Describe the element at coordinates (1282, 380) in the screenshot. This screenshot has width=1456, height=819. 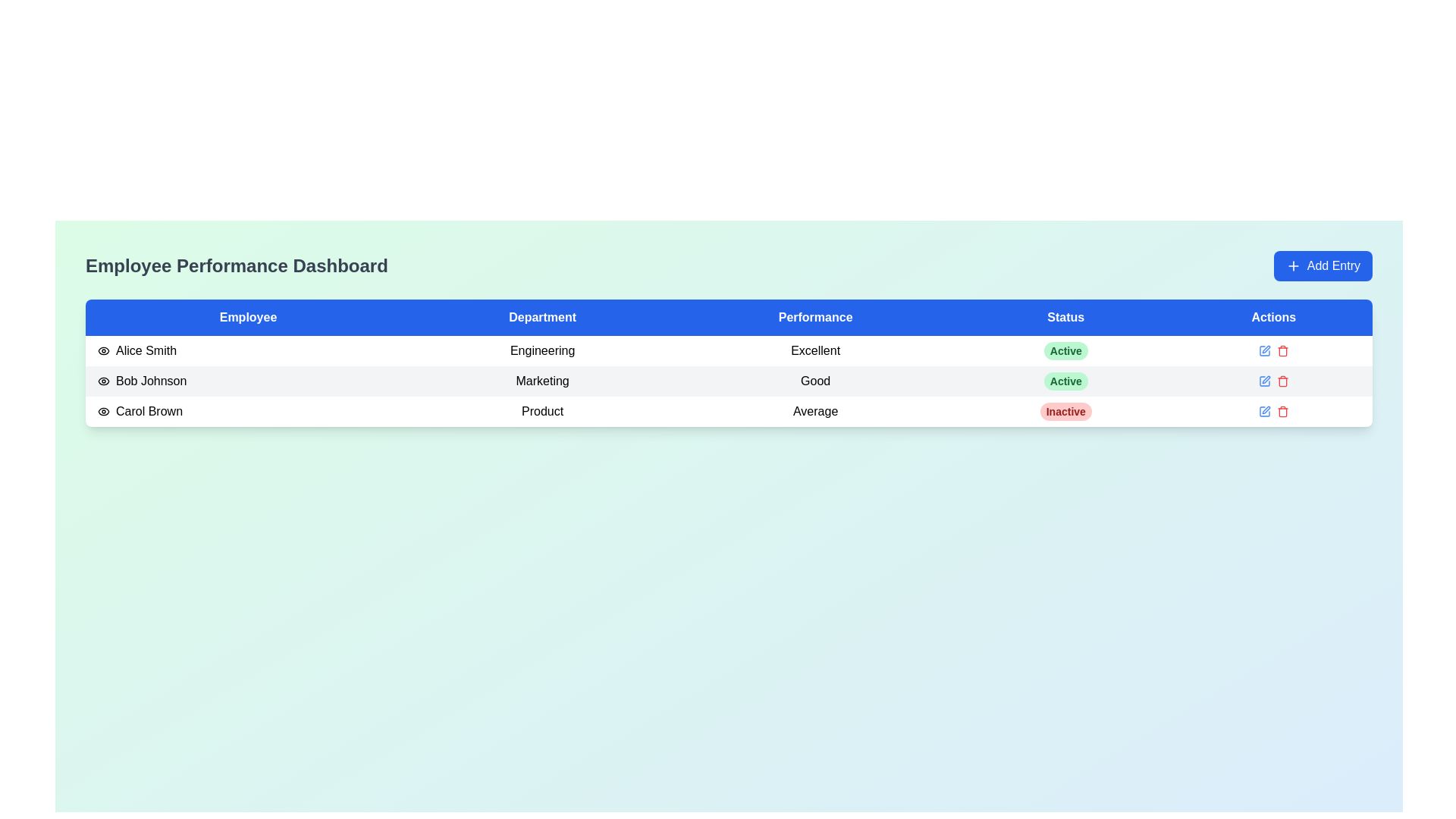
I see `the delete icon` at that location.